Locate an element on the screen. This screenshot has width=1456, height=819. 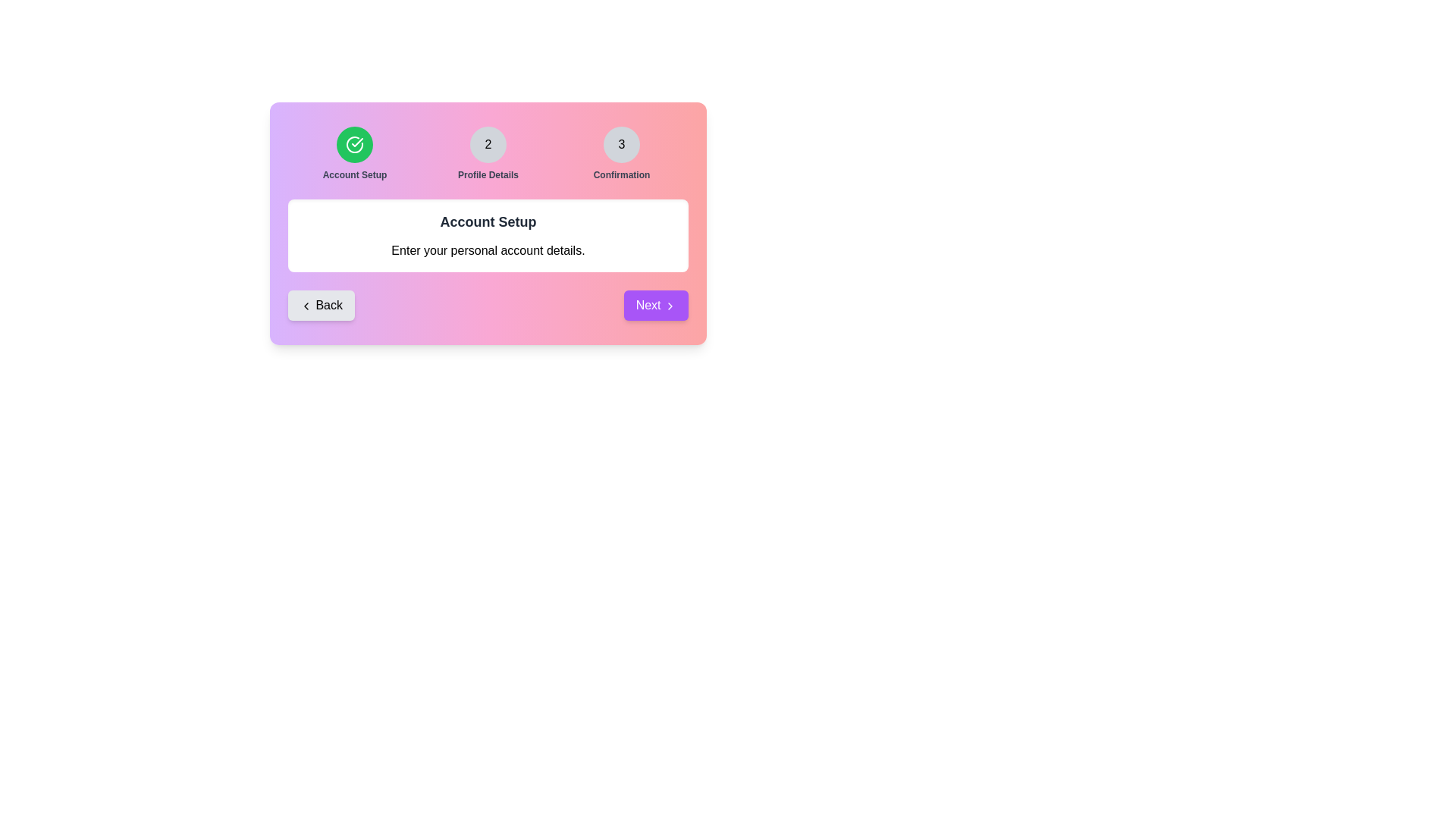
the navigation button Back is located at coordinates (320, 305).